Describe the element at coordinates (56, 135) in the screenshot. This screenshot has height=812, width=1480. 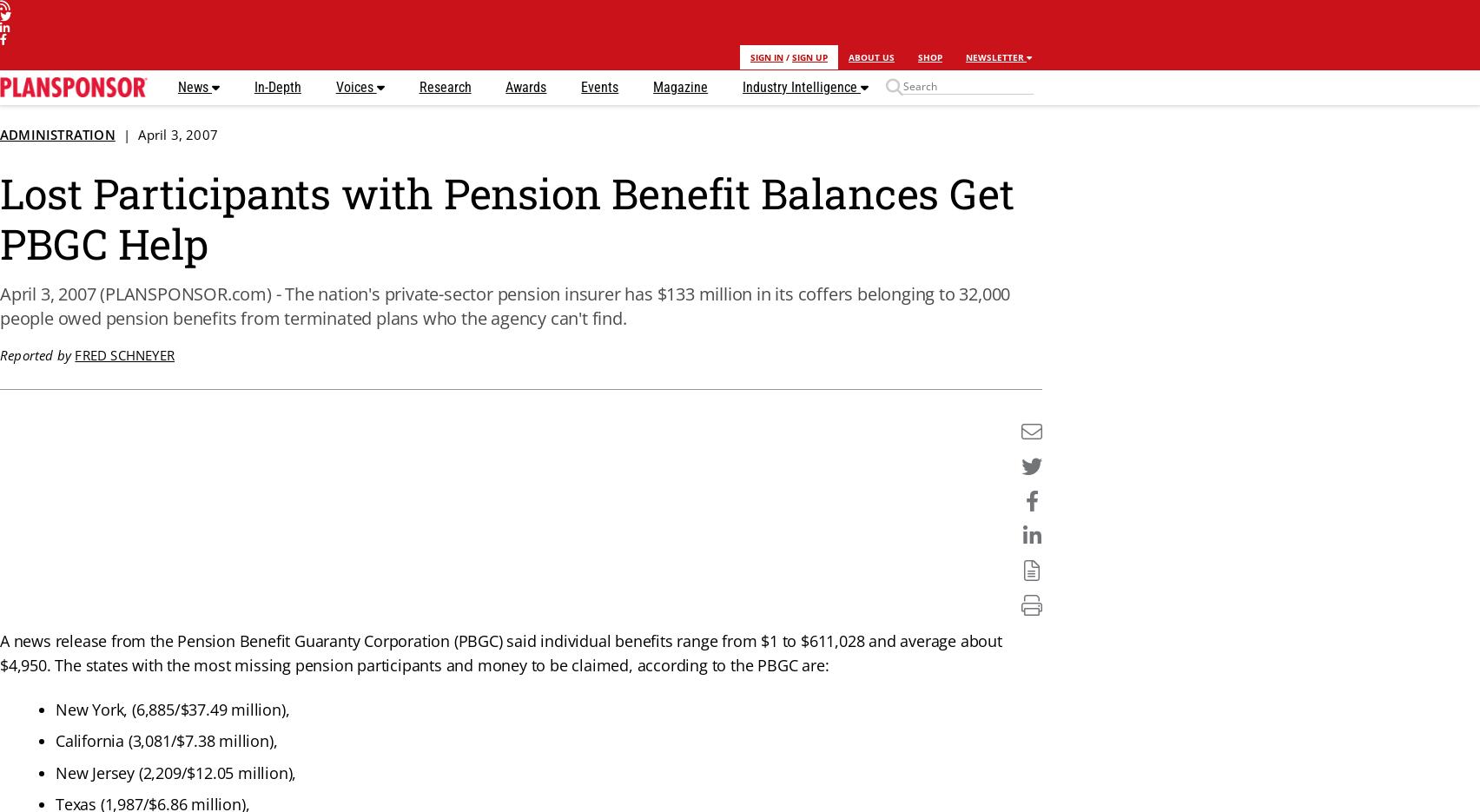
I see `'Administration'` at that location.